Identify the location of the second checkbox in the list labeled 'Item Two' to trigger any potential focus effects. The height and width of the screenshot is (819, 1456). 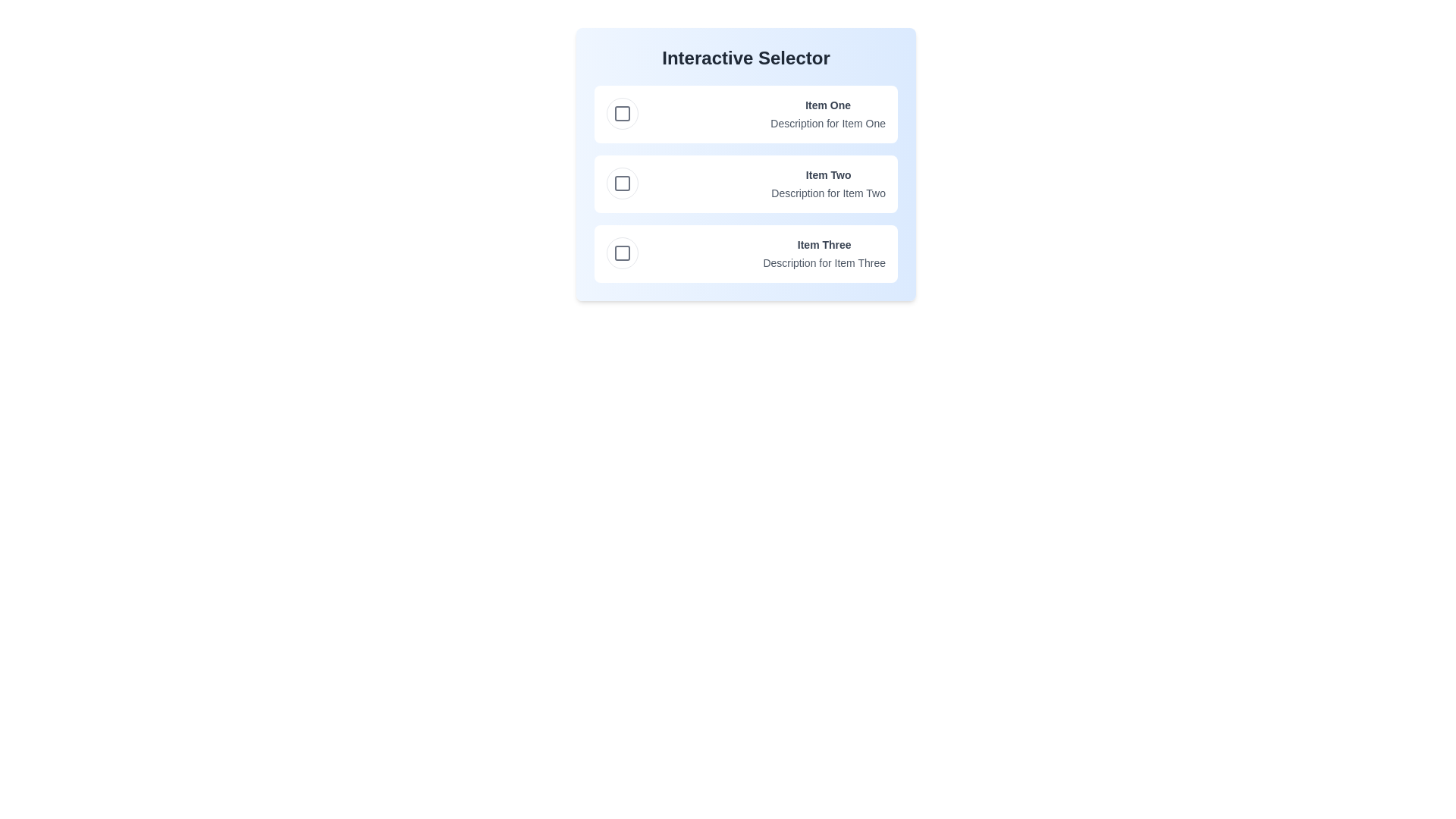
(622, 183).